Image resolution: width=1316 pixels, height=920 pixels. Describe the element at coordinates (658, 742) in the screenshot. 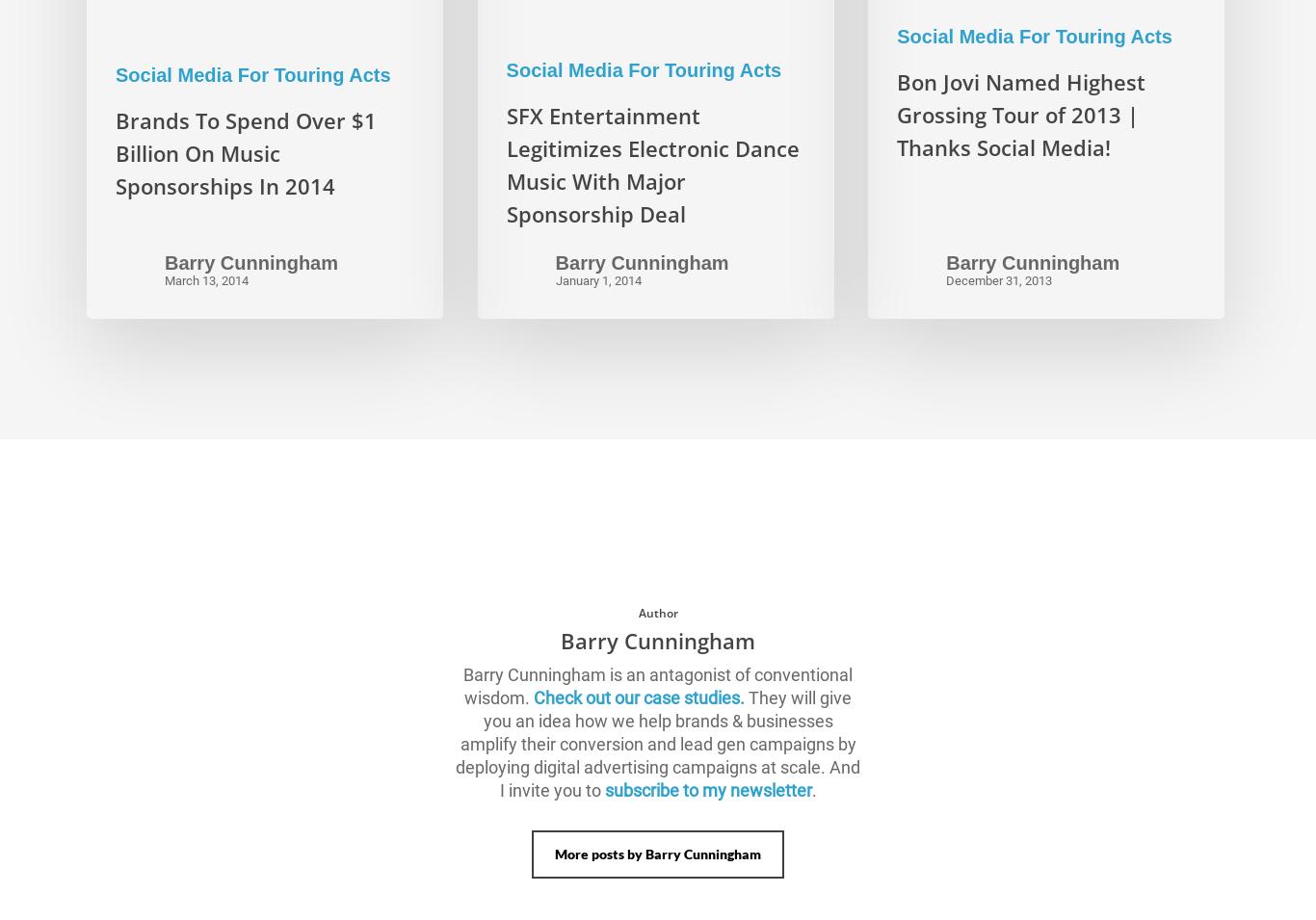

I see `'They will give you an idea how we help brands & businesses amplify their conversion and lead gen campaigns by deploying digital advertising campaigns at scale.

And I invite you to'` at that location.